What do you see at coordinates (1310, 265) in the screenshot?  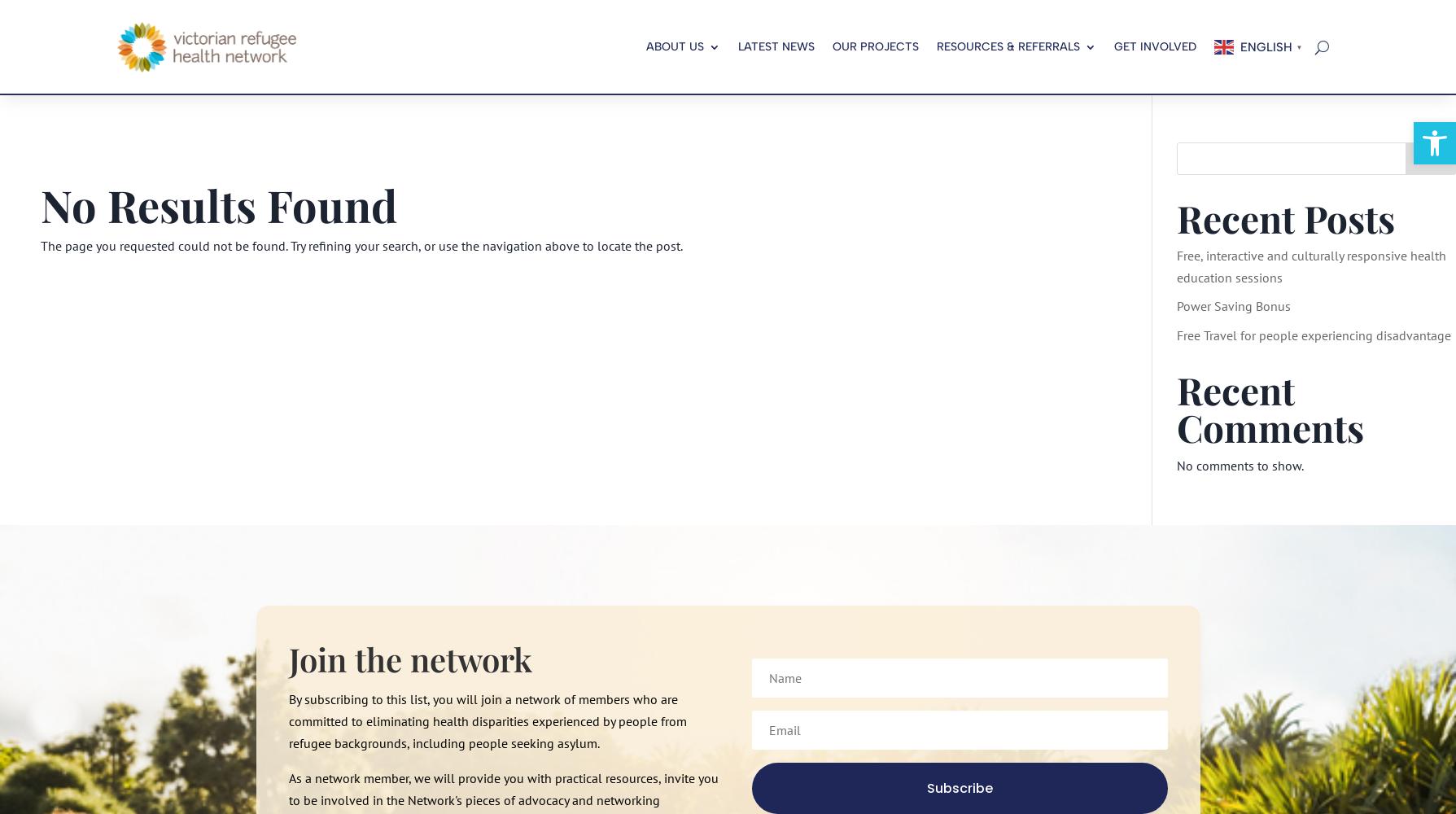 I see `'Free, interactive and culturally responsive health education sessions'` at bounding box center [1310, 265].